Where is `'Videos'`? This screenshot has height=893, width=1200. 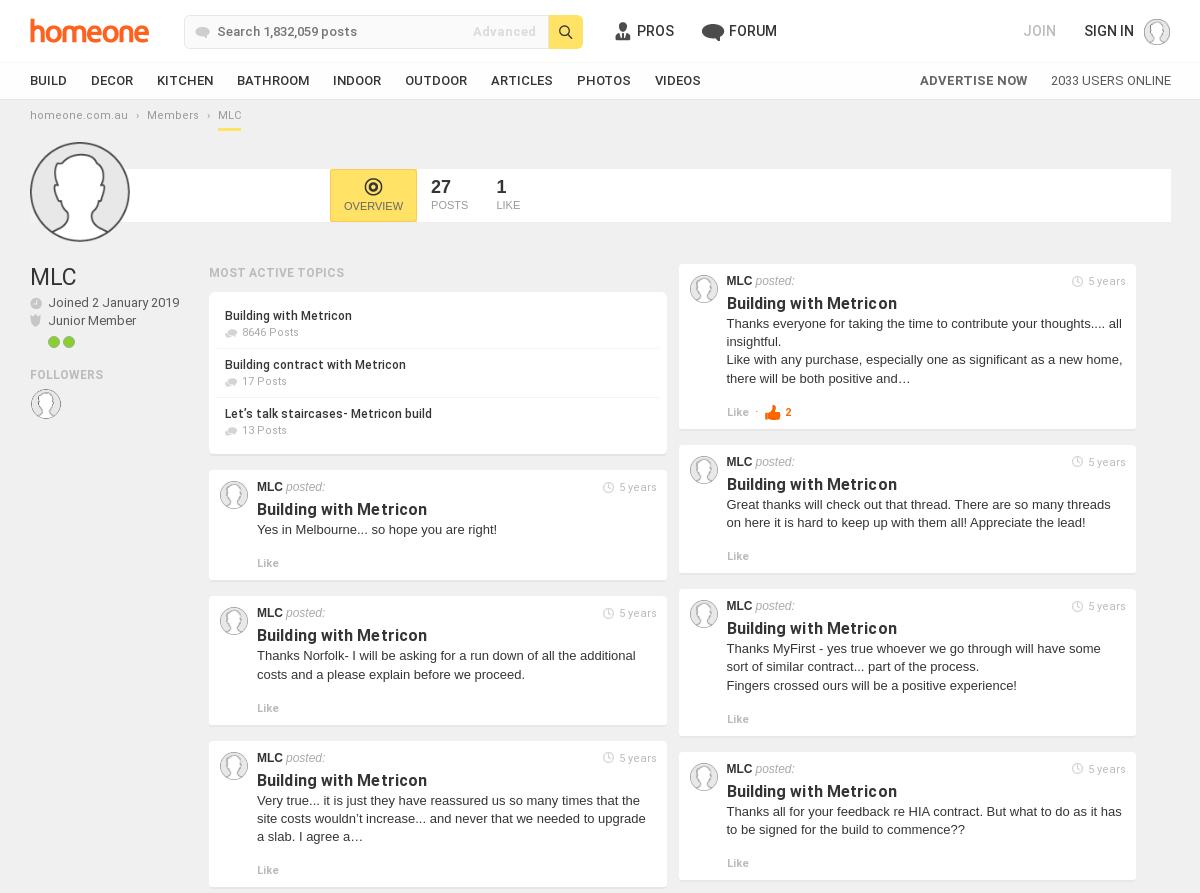
'Videos' is located at coordinates (654, 80).